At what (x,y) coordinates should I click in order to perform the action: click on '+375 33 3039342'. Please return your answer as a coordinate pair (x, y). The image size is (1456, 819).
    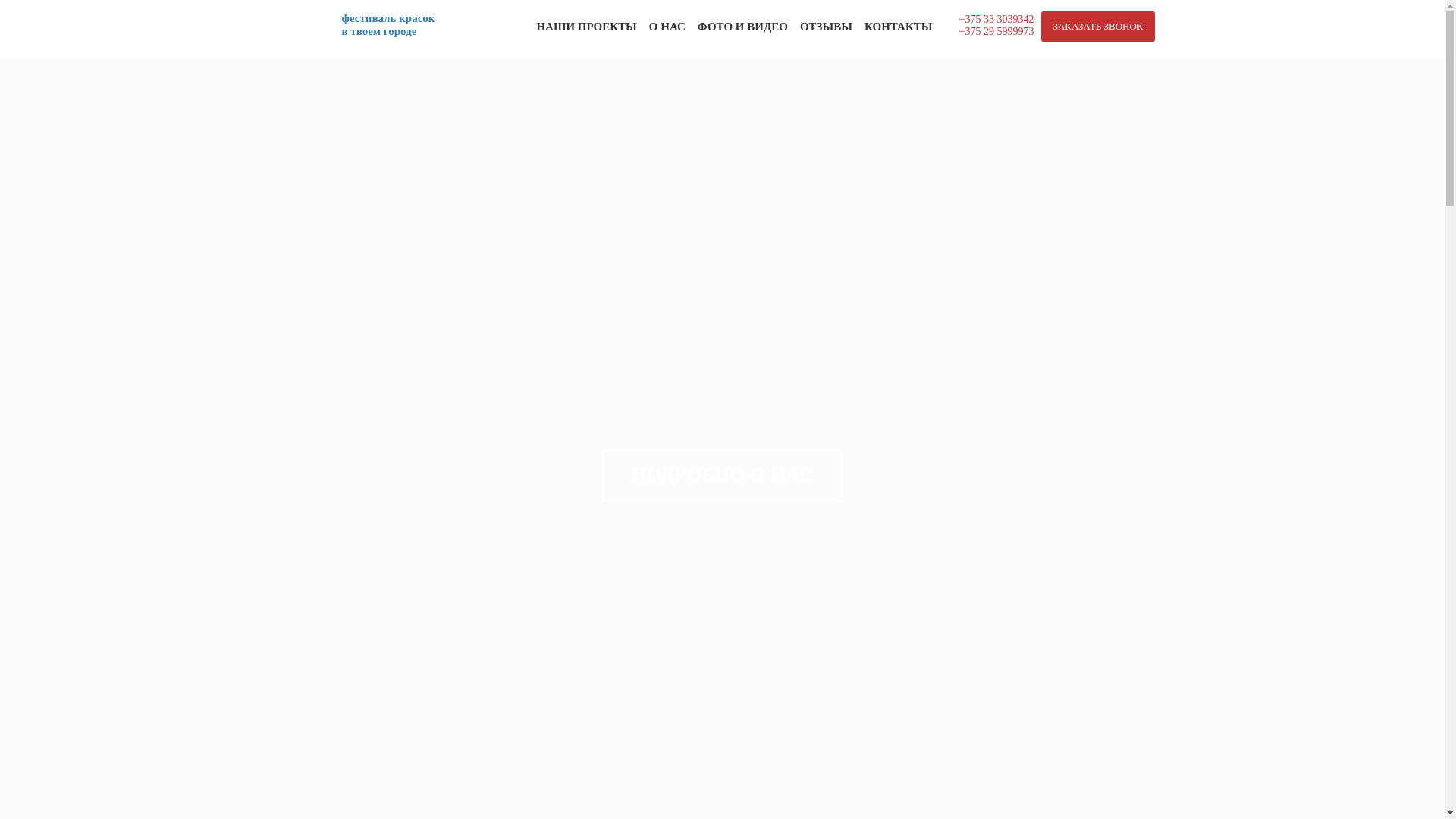
    Looking at the image, I should click on (996, 19).